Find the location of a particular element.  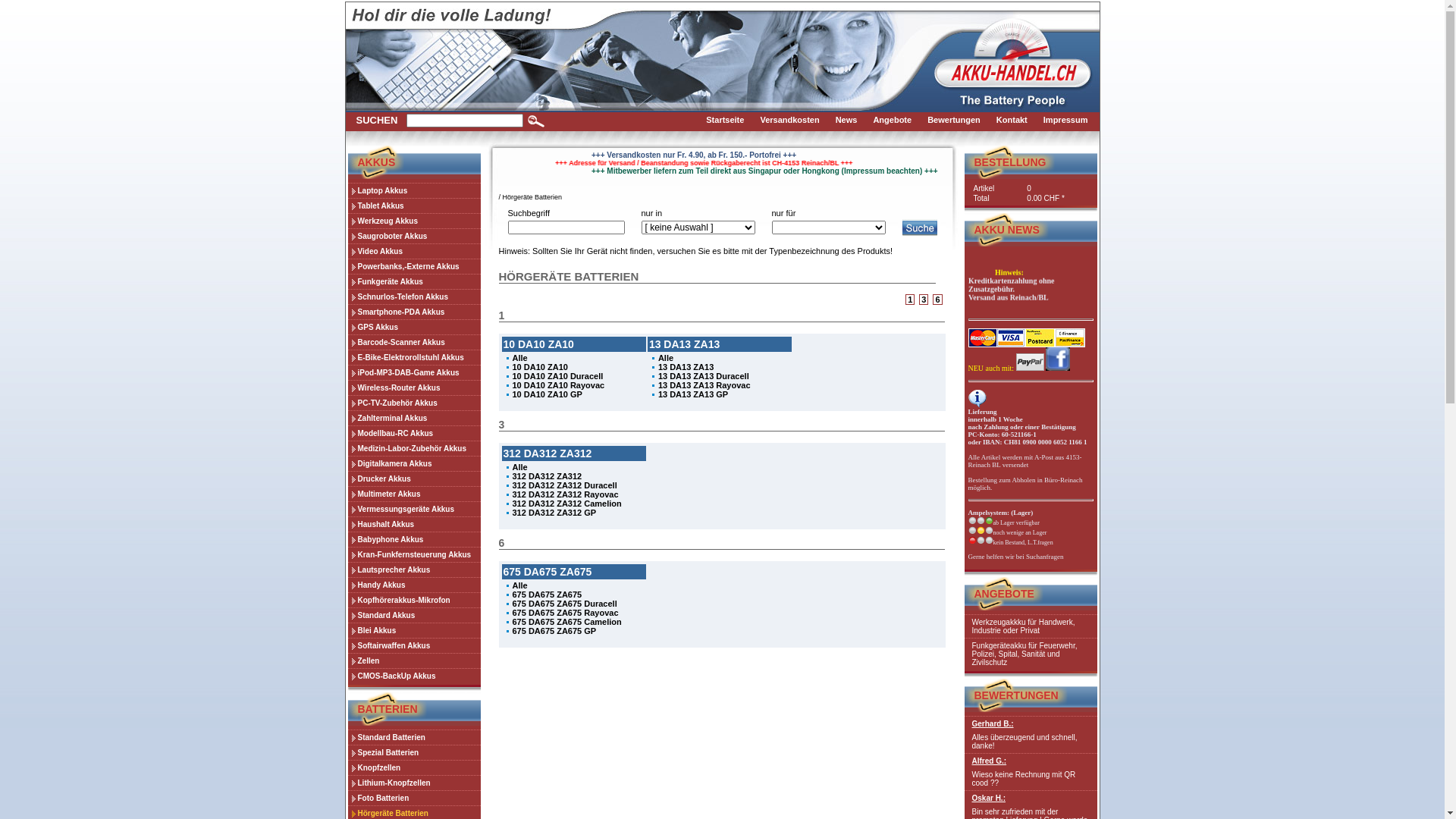

'Werkzeug Akkus' is located at coordinates (413, 220).